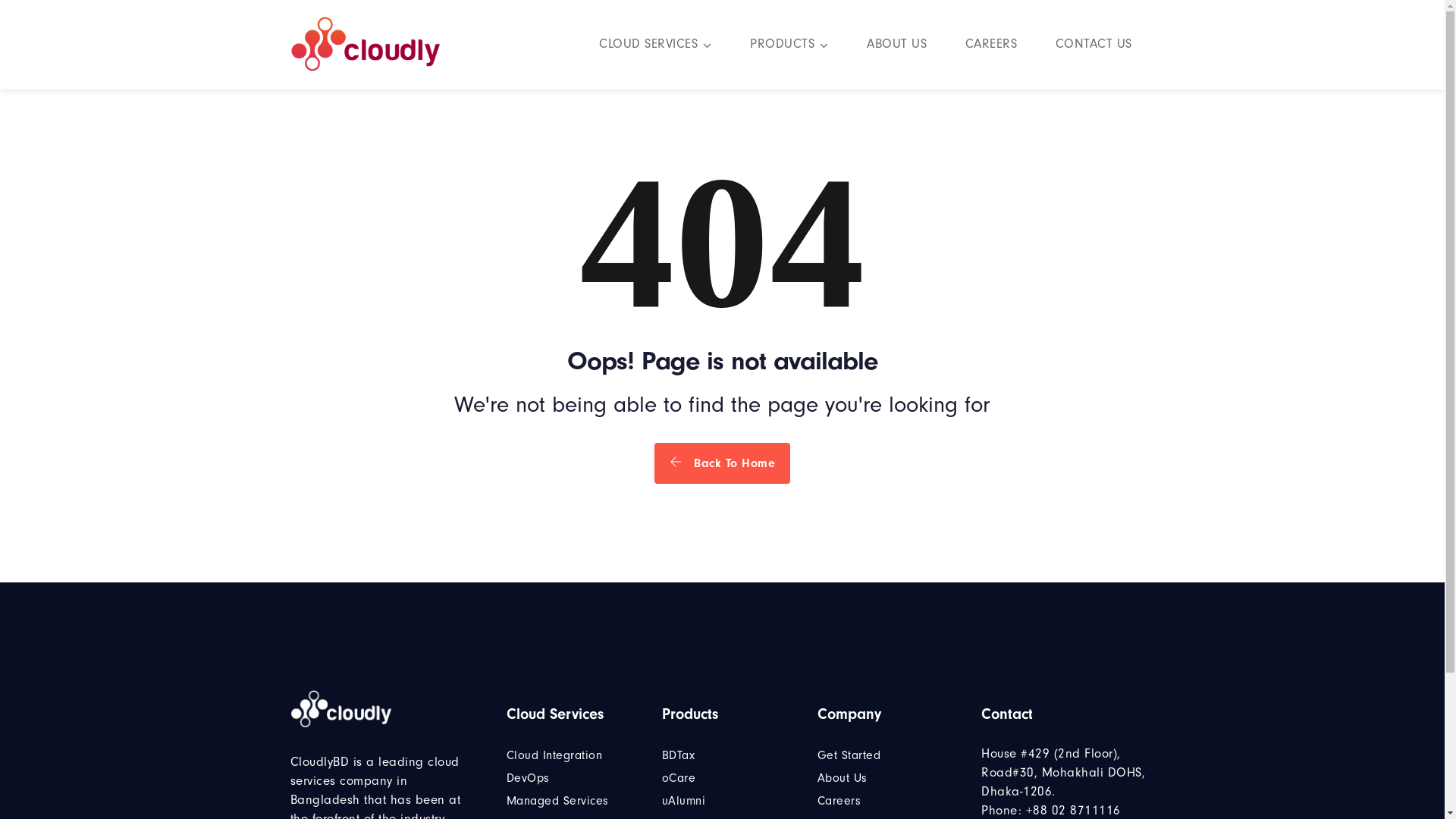  Describe the element at coordinates (817, 800) in the screenshot. I see `'Careers'` at that location.